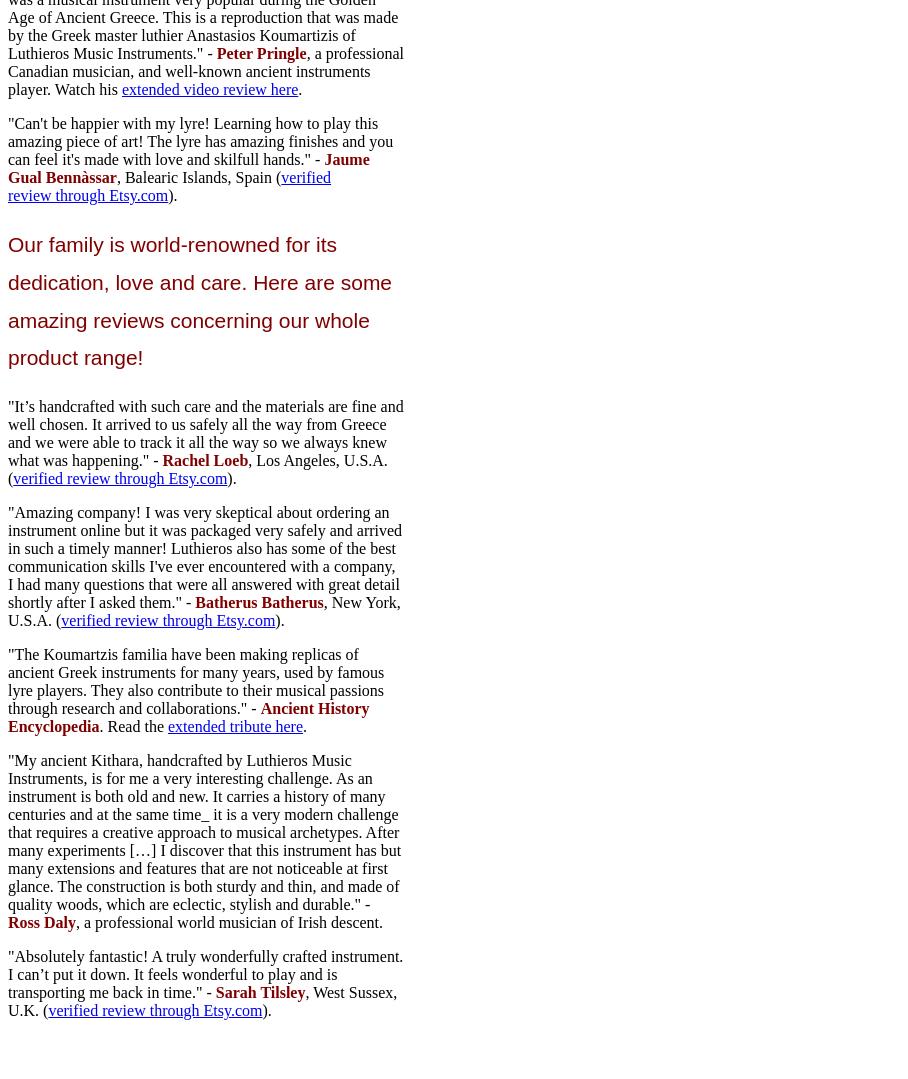 The image size is (908, 1079). What do you see at coordinates (209, 89) in the screenshot?
I see `'extended video review here'` at bounding box center [209, 89].